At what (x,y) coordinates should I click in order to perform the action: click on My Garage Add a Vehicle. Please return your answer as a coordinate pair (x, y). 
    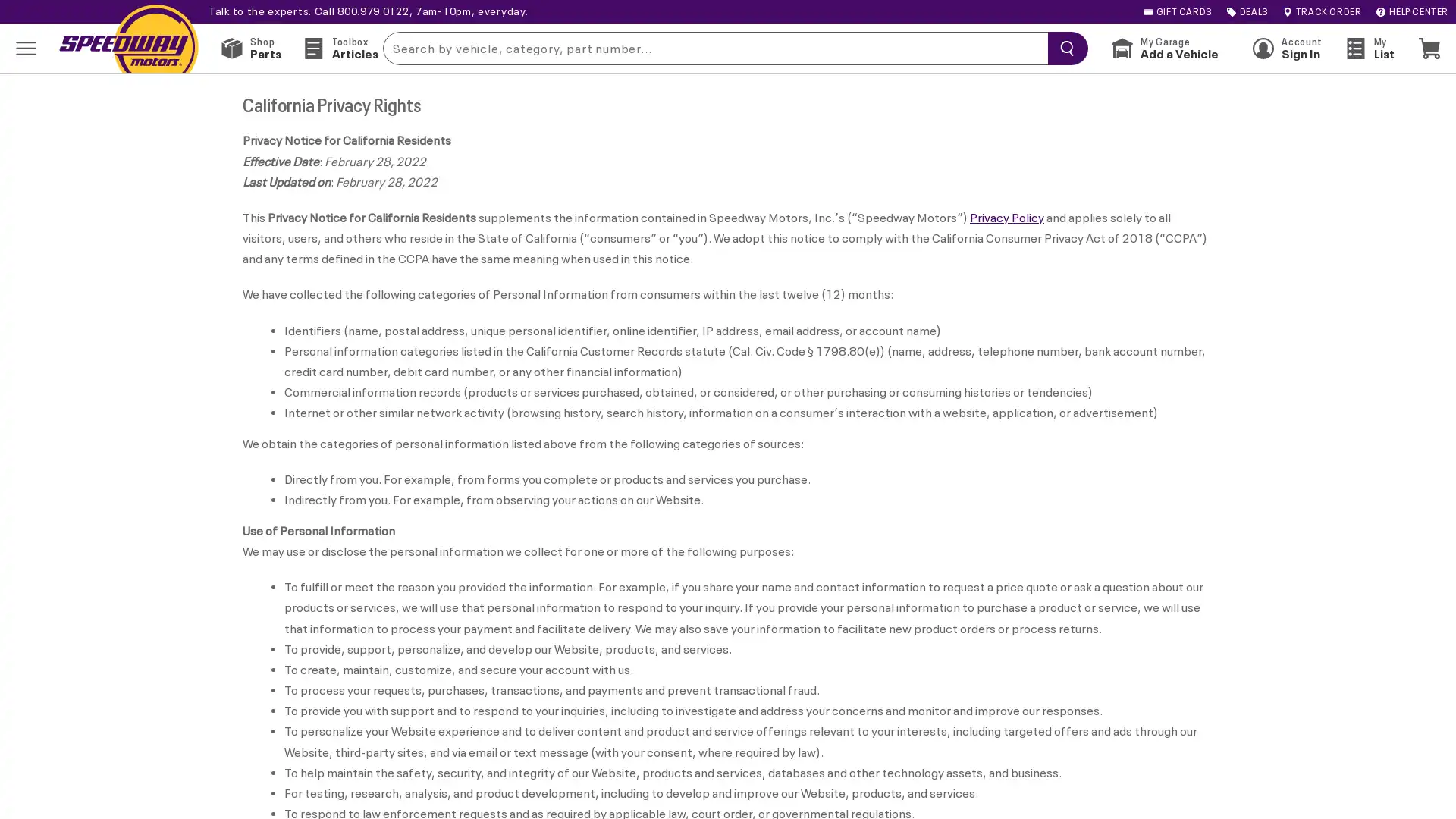
    Looking at the image, I should click on (1164, 47).